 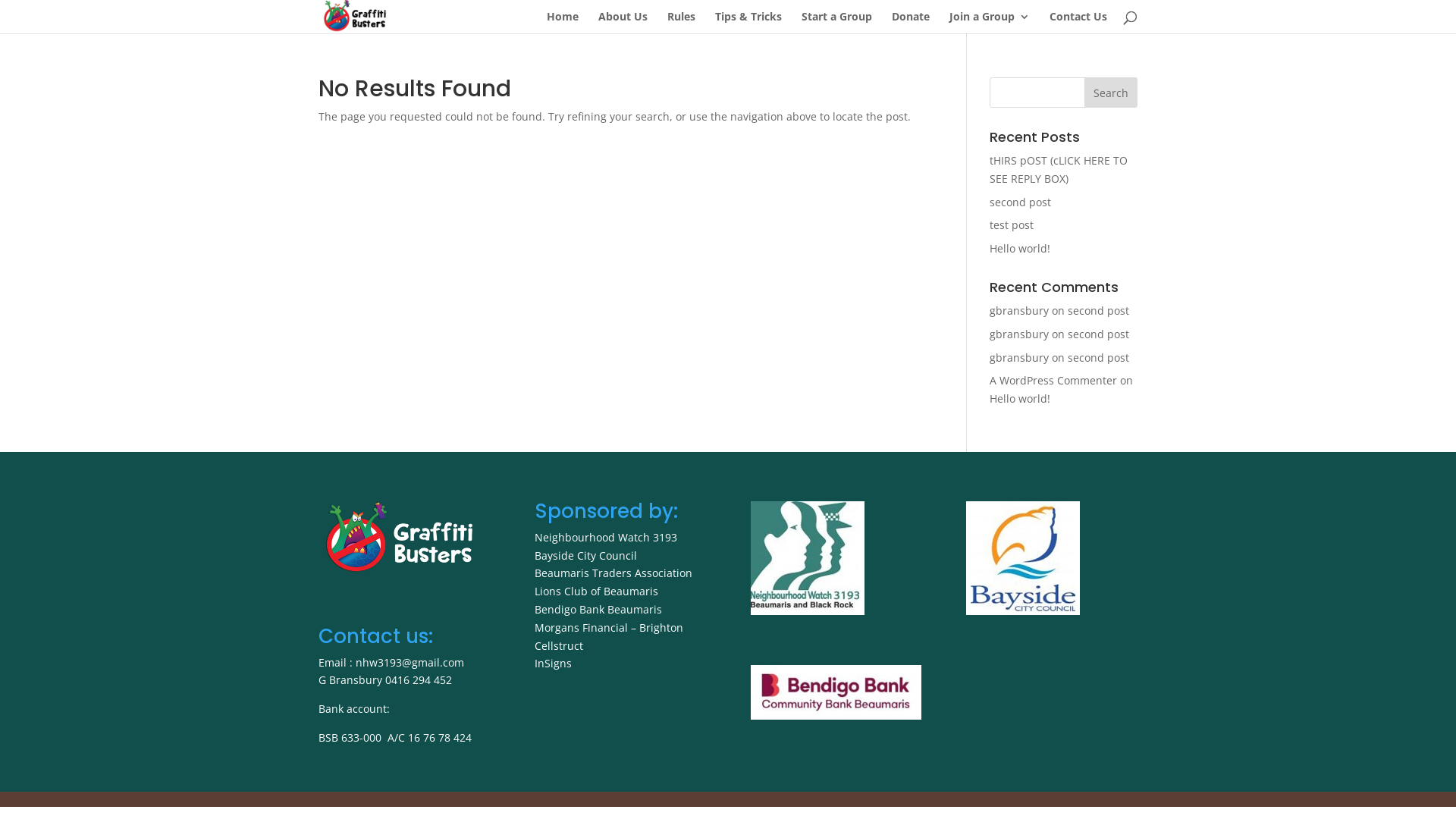 What do you see at coordinates (1020, 201) in the screenshot?
I see `'second post'` at bounding box center [1020, 201].